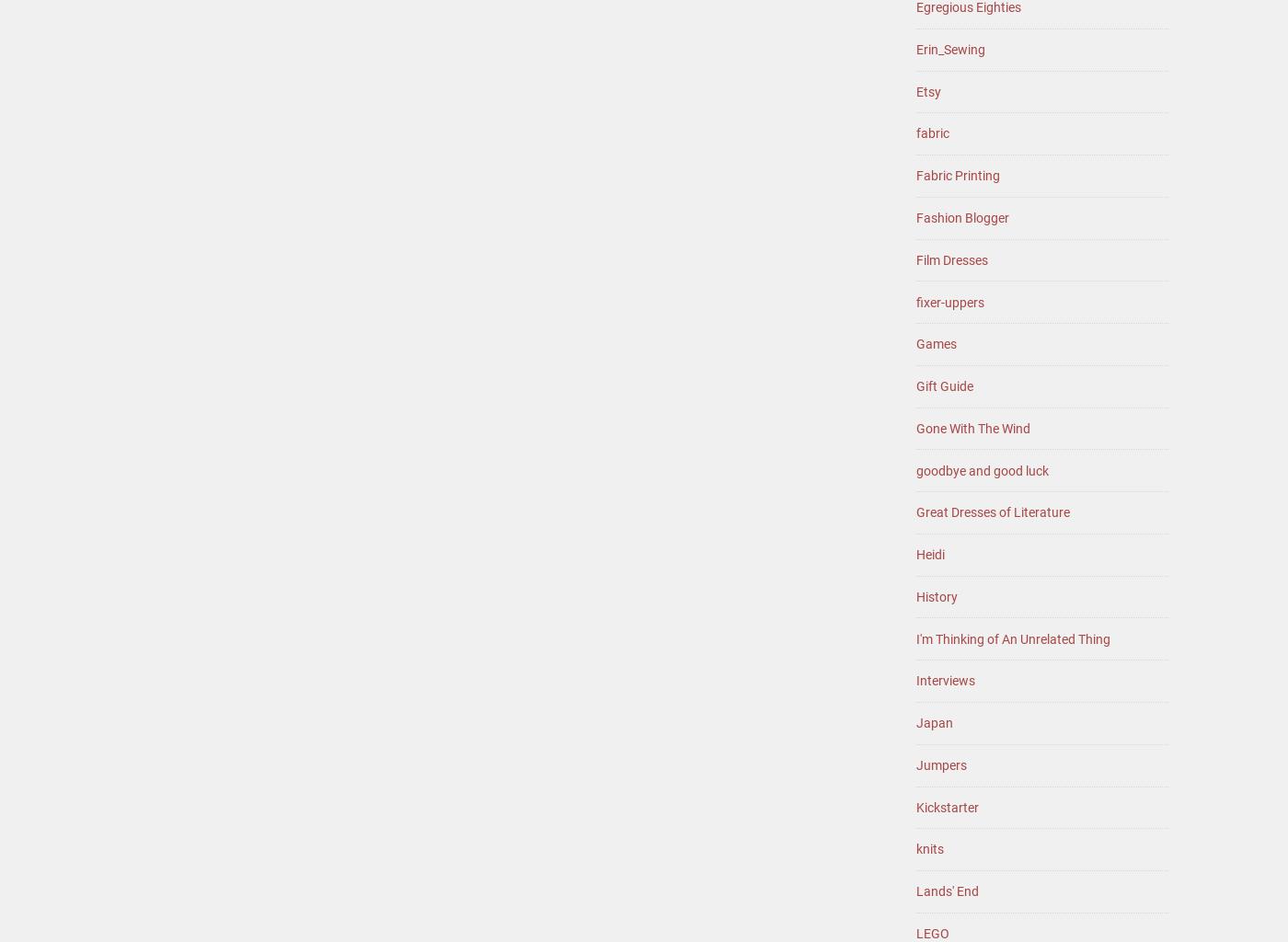 This screenshot has height=942, width=1288. What do you see at coordinates (915, 300) in the screenshot?
I see `'fixer-uppers'` at bounding box center [915, 300].